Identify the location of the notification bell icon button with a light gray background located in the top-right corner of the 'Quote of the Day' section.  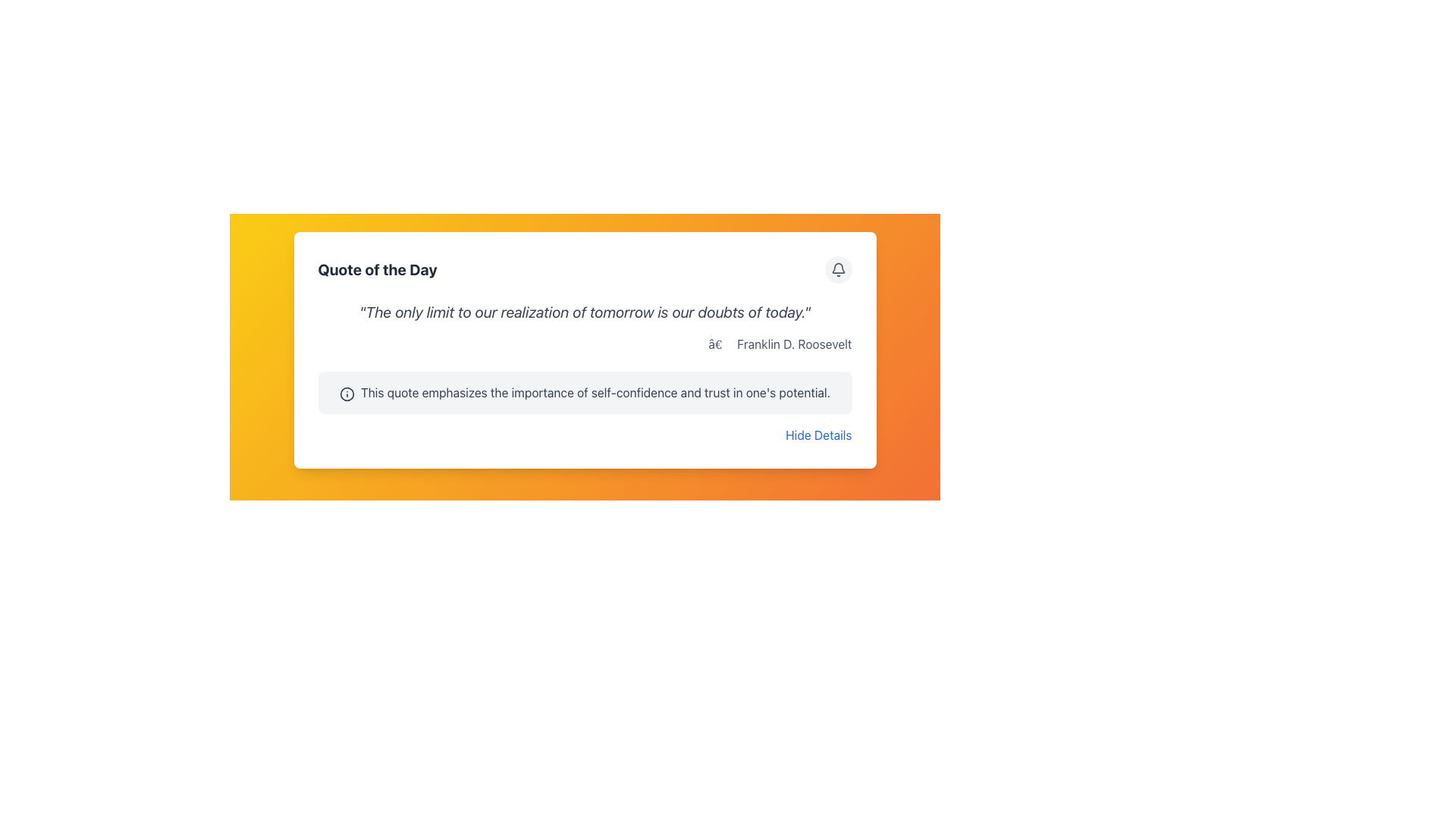
(837, 268).